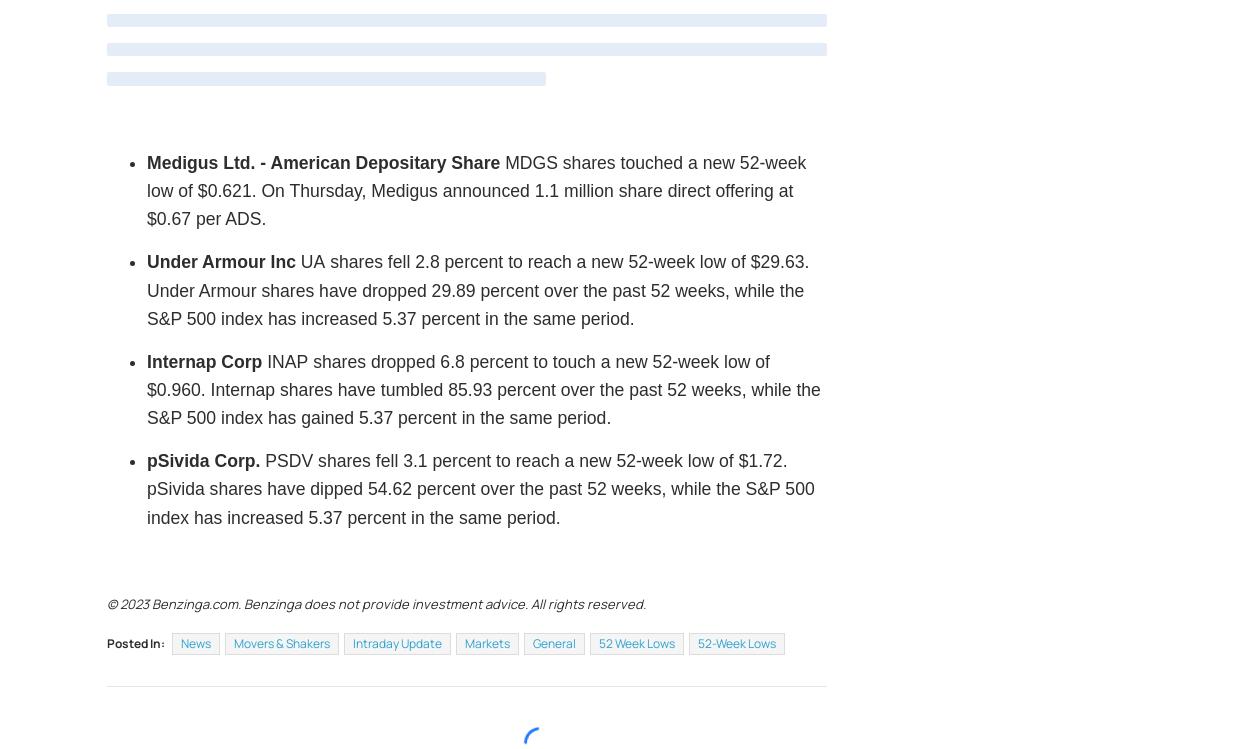 This screenshot has width=1250, height=749. I want to click on 'INAP', so click(287, 361).